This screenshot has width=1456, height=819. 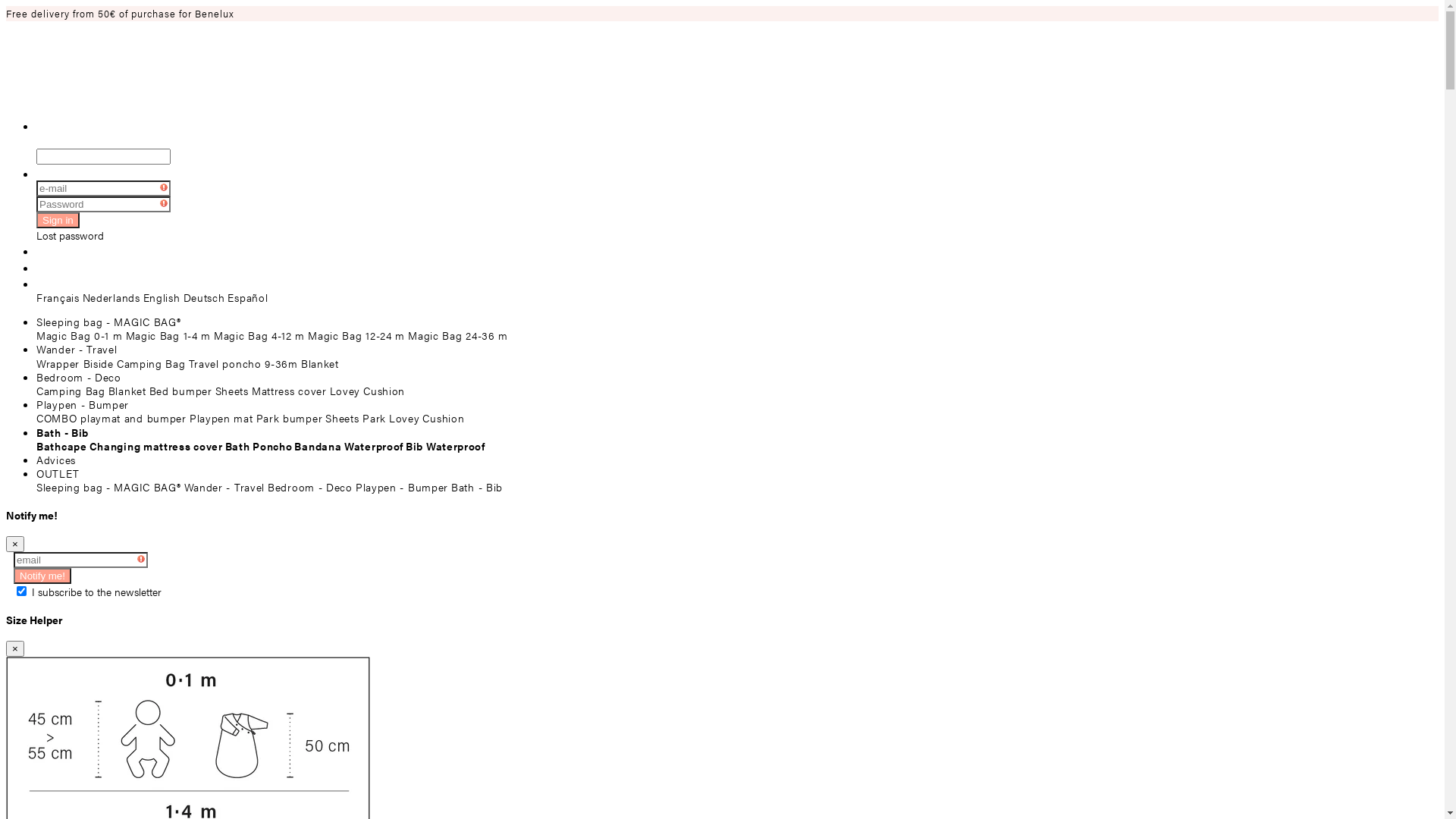 What do you see at coordinates (151, 362) in the screenshot?
I see `'Camping Bag'` at bounding box center [151, 362].